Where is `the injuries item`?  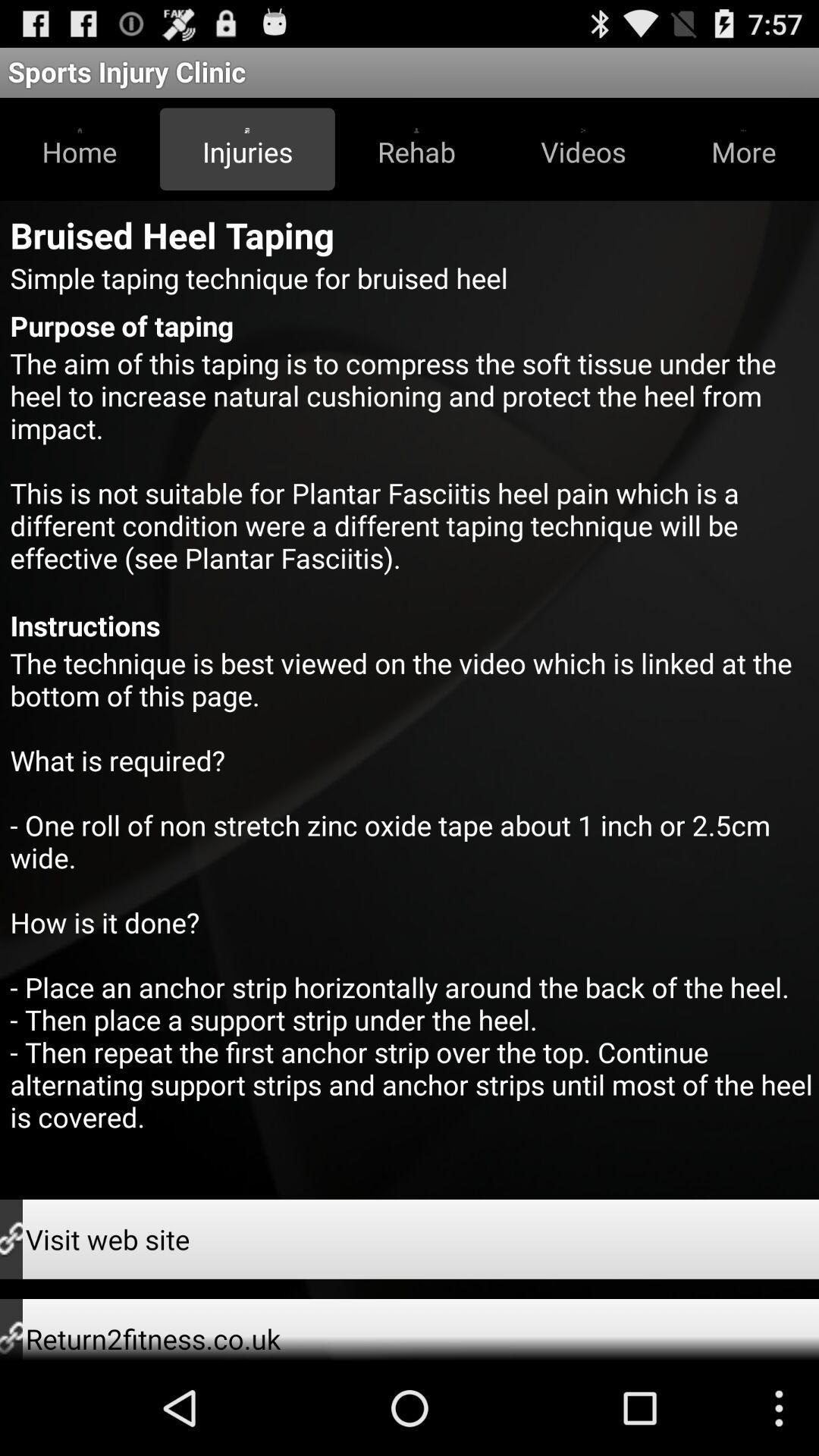 the injuries item is located at coordinates (246, 149).